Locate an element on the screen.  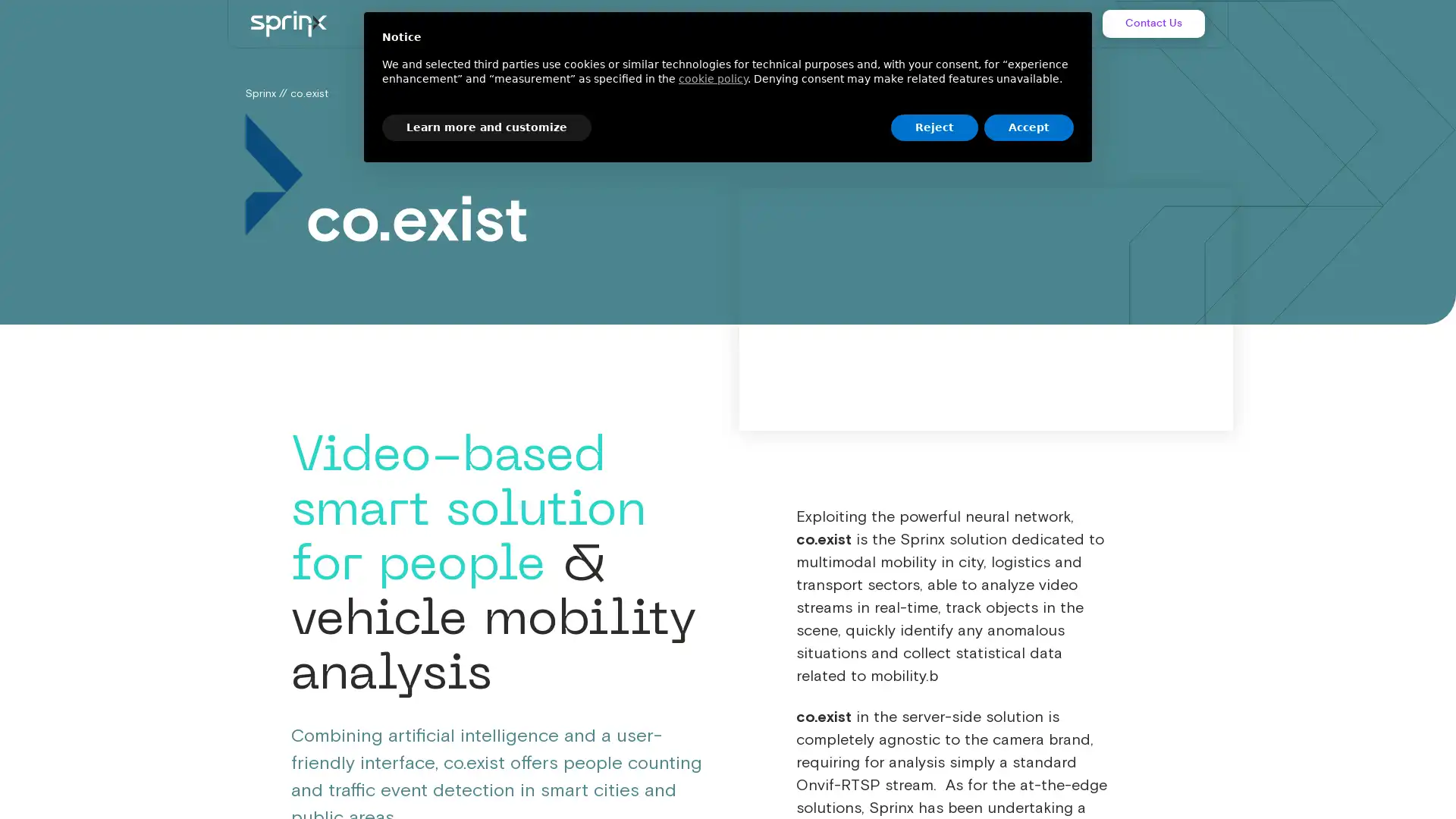
Accept is located at coordinates (1029, 127).